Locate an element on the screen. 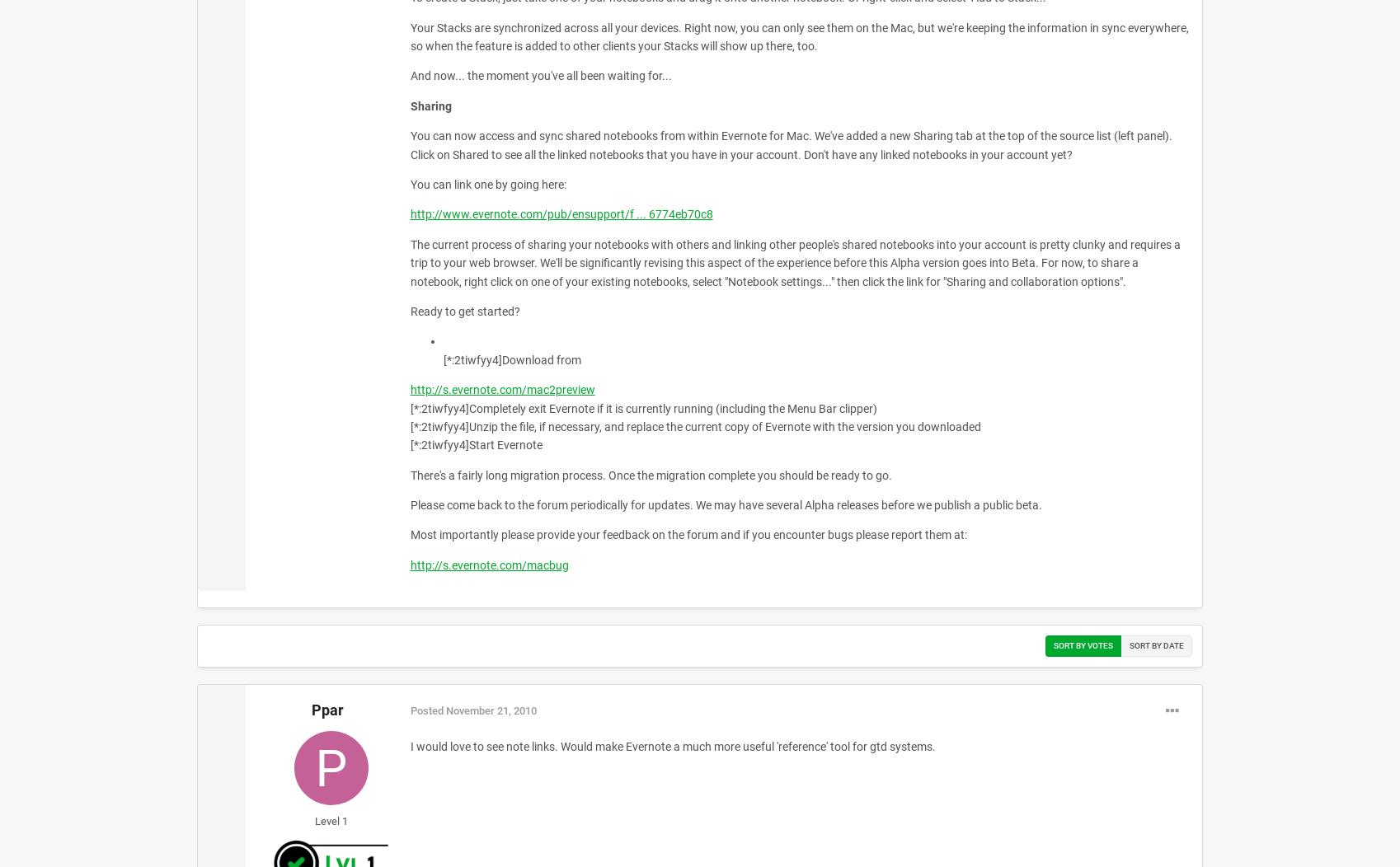 This screenshot has height=867, width=1400. 'You can link one by going here:' is located at coordinates (409, 183).